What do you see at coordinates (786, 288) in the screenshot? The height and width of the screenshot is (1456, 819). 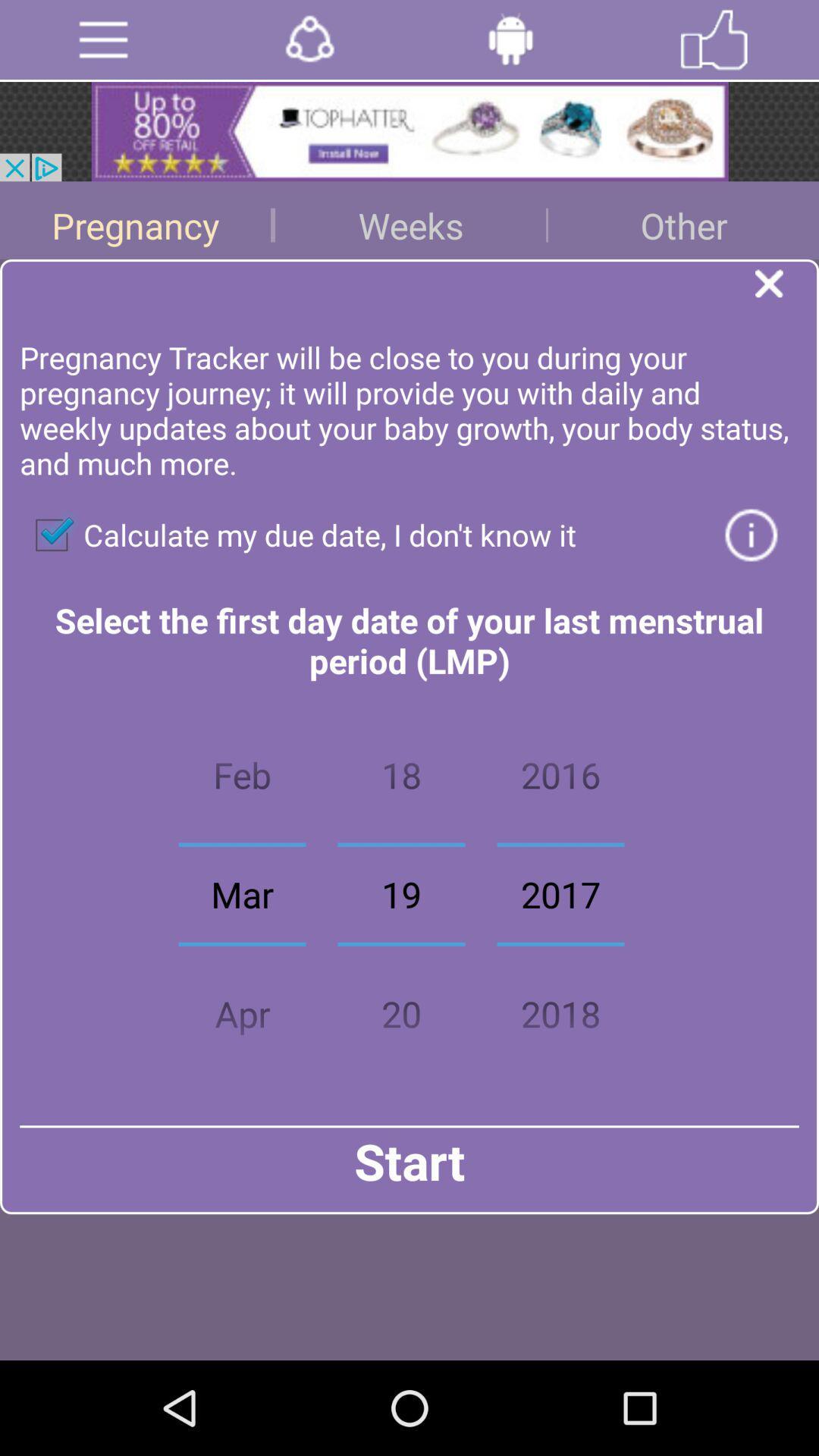 I see `dialogue box` at bounding box center [786, 288].